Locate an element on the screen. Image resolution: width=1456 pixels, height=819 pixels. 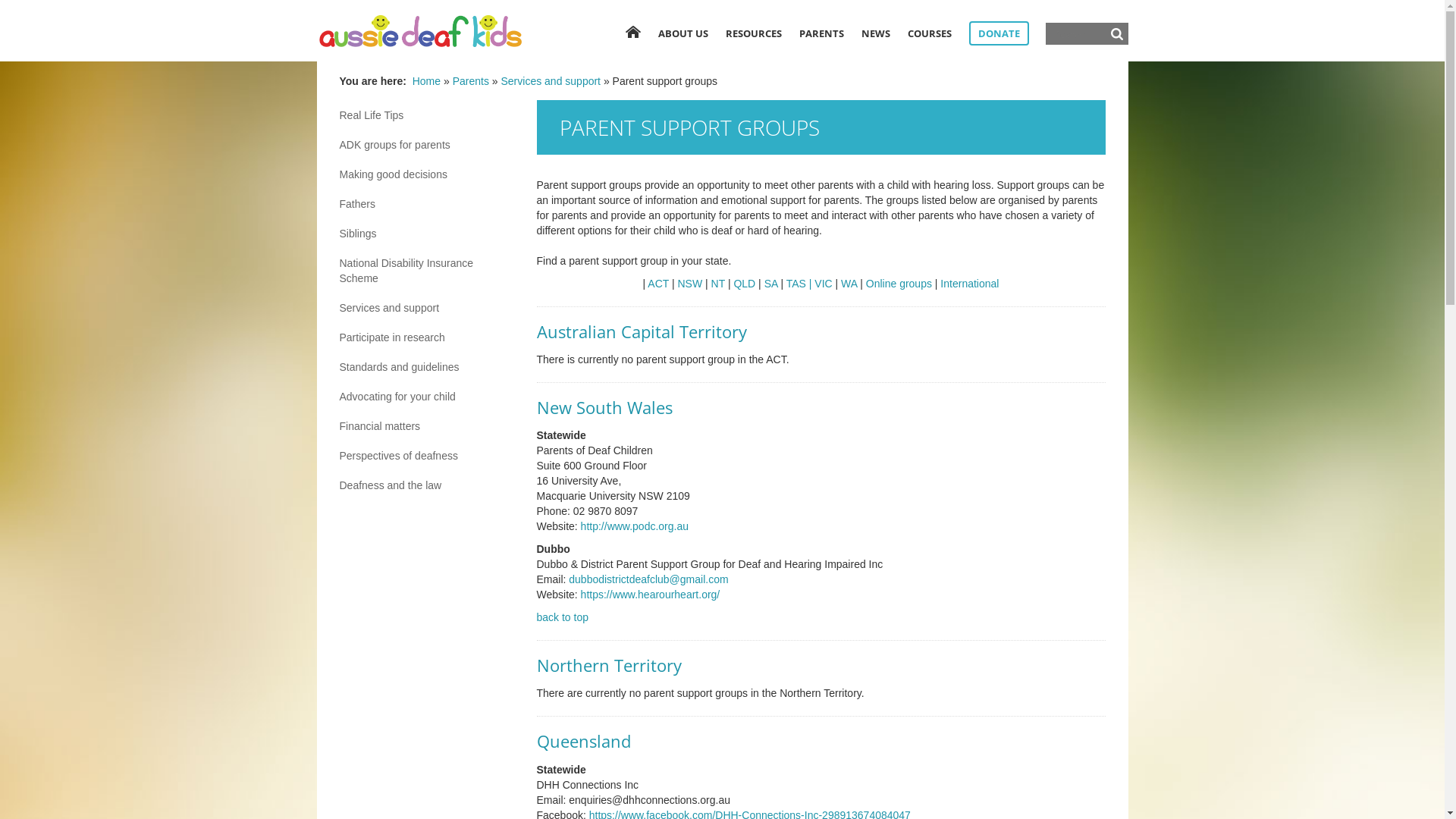
'Real Life Tips' is located at coordinates (425, 114).